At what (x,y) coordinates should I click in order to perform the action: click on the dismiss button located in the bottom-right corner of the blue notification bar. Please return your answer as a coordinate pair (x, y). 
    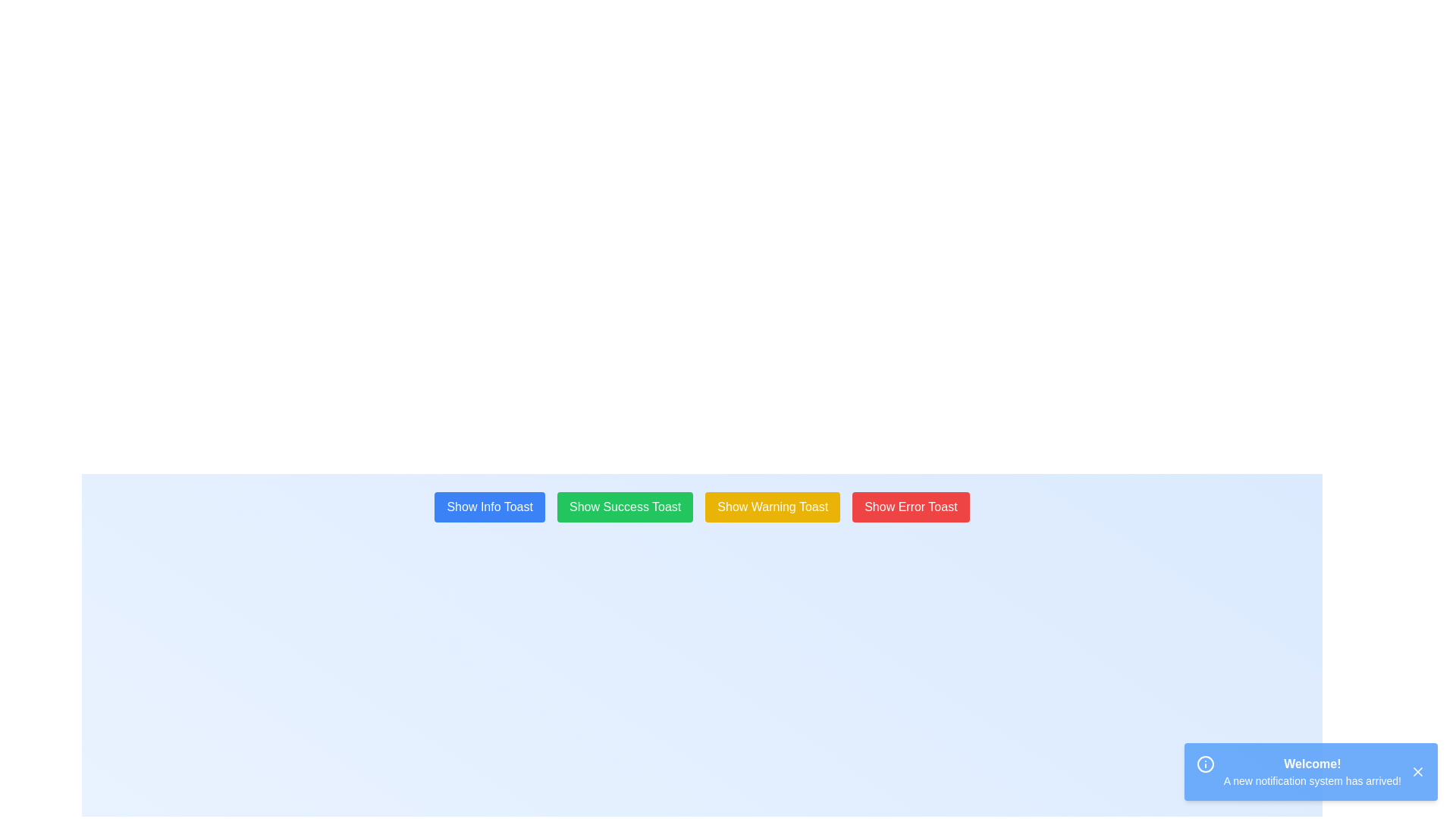
    Looking at the image, I should click on (1417, 772).